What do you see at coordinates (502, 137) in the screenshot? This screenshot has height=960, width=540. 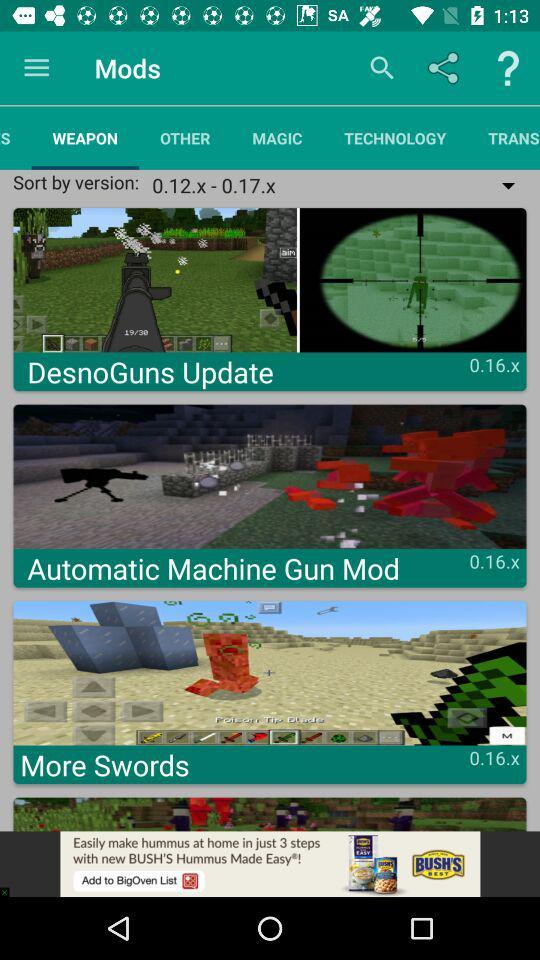 I see `icon above 0 12 x` at bounding box center [502, 137].